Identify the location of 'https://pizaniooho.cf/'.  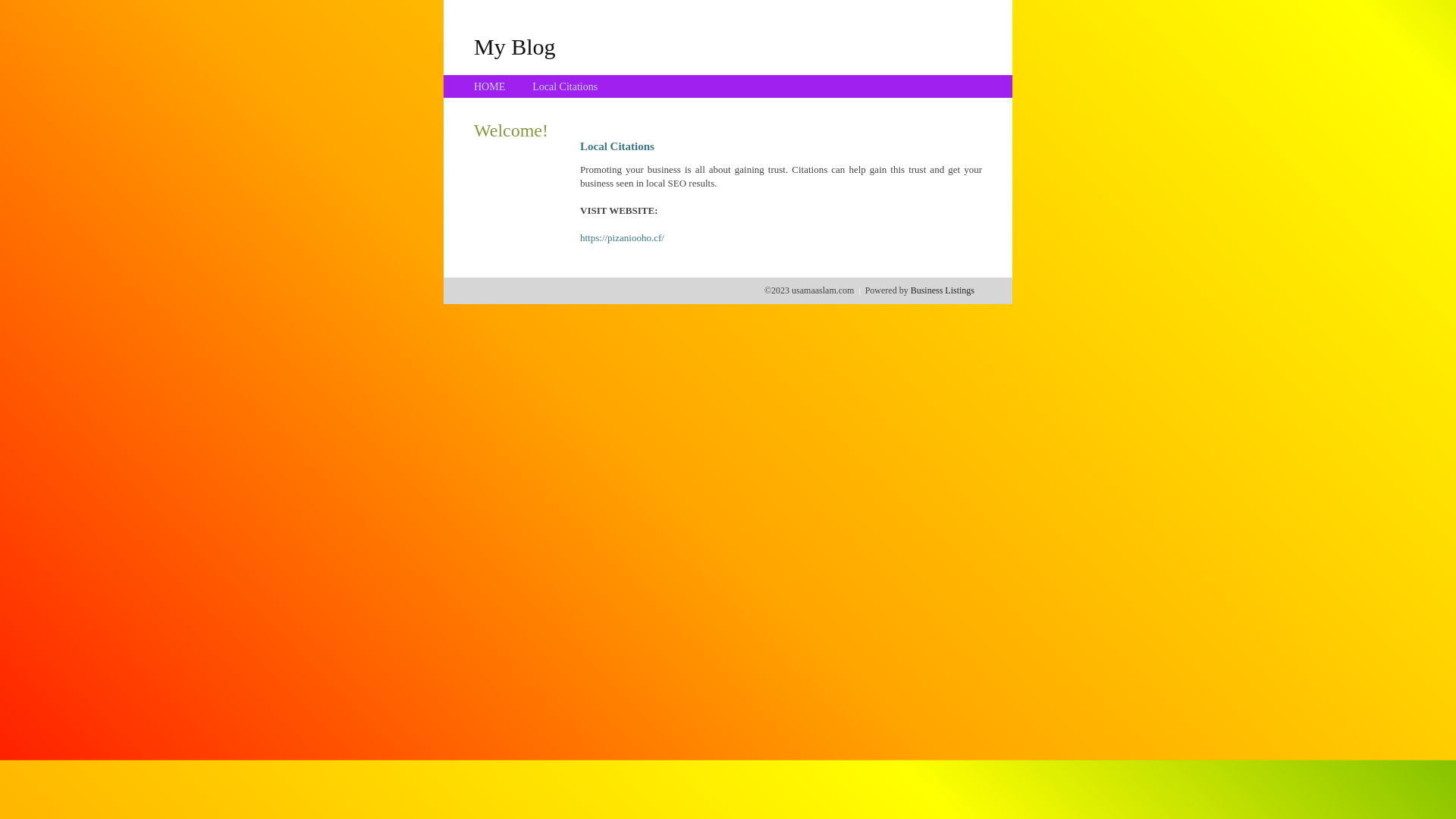
(622, 237).